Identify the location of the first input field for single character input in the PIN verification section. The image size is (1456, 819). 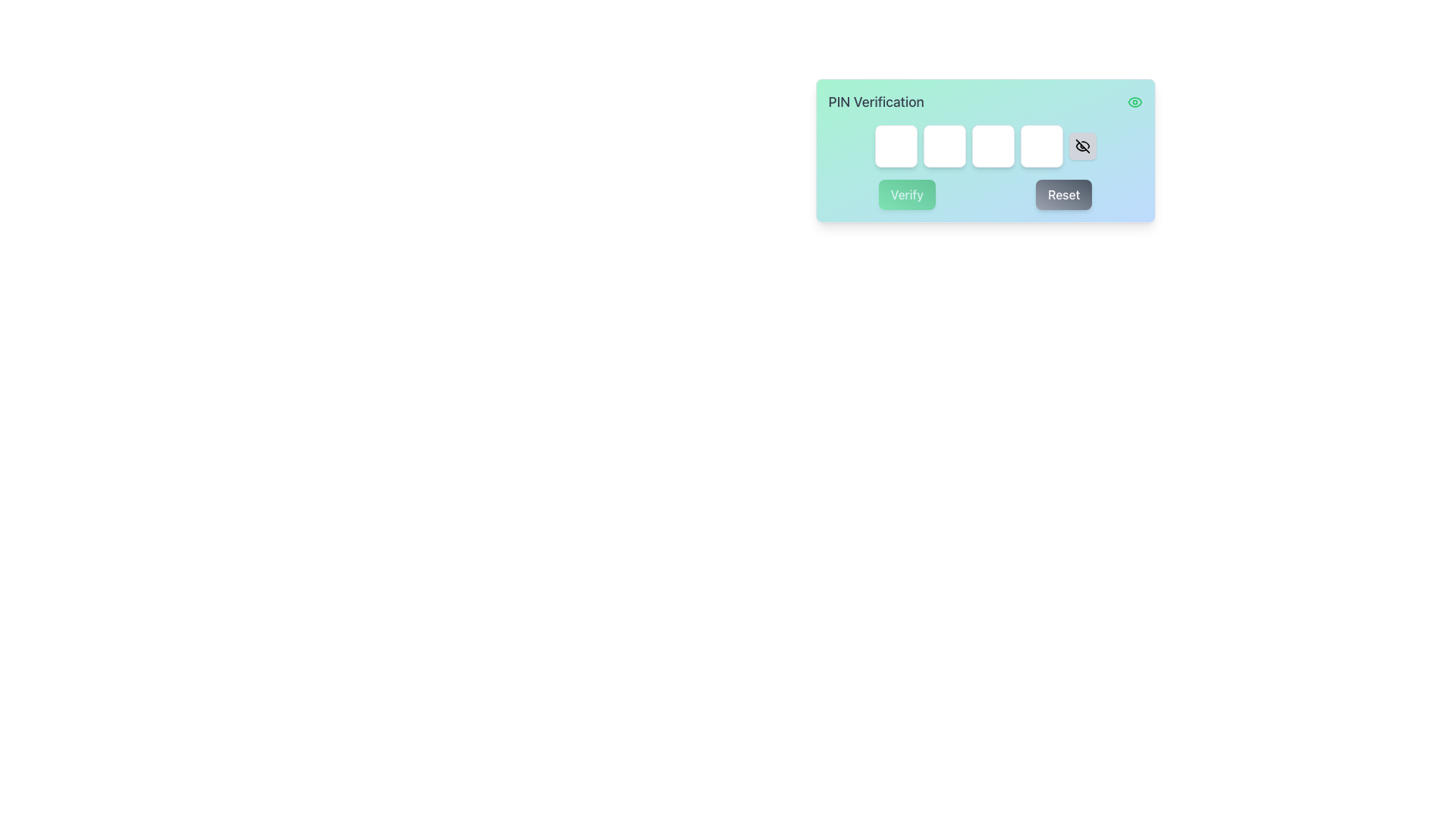
(896, 146).